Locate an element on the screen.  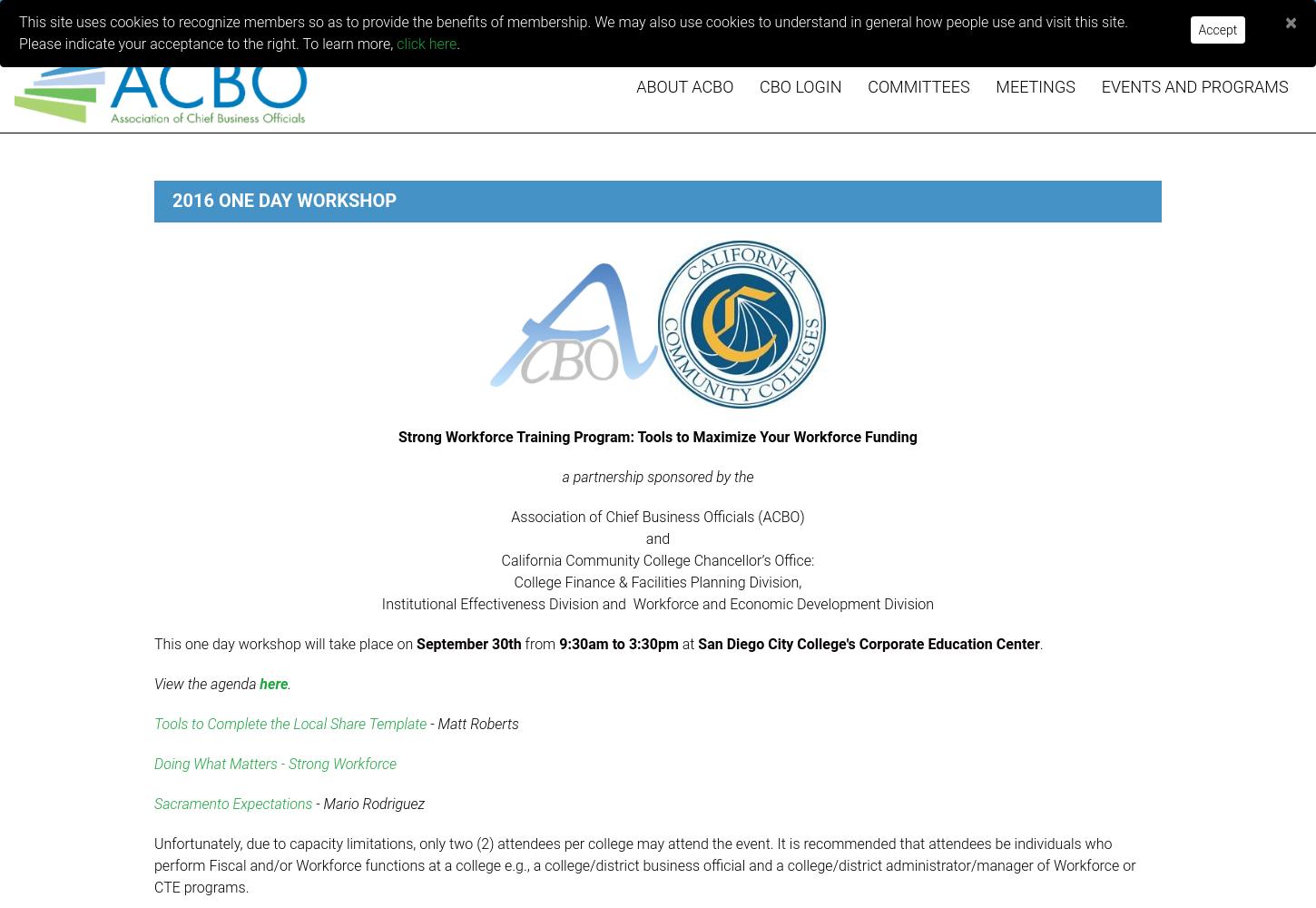
'This one day workshop will take place on' is located at coordinates (285, 643).